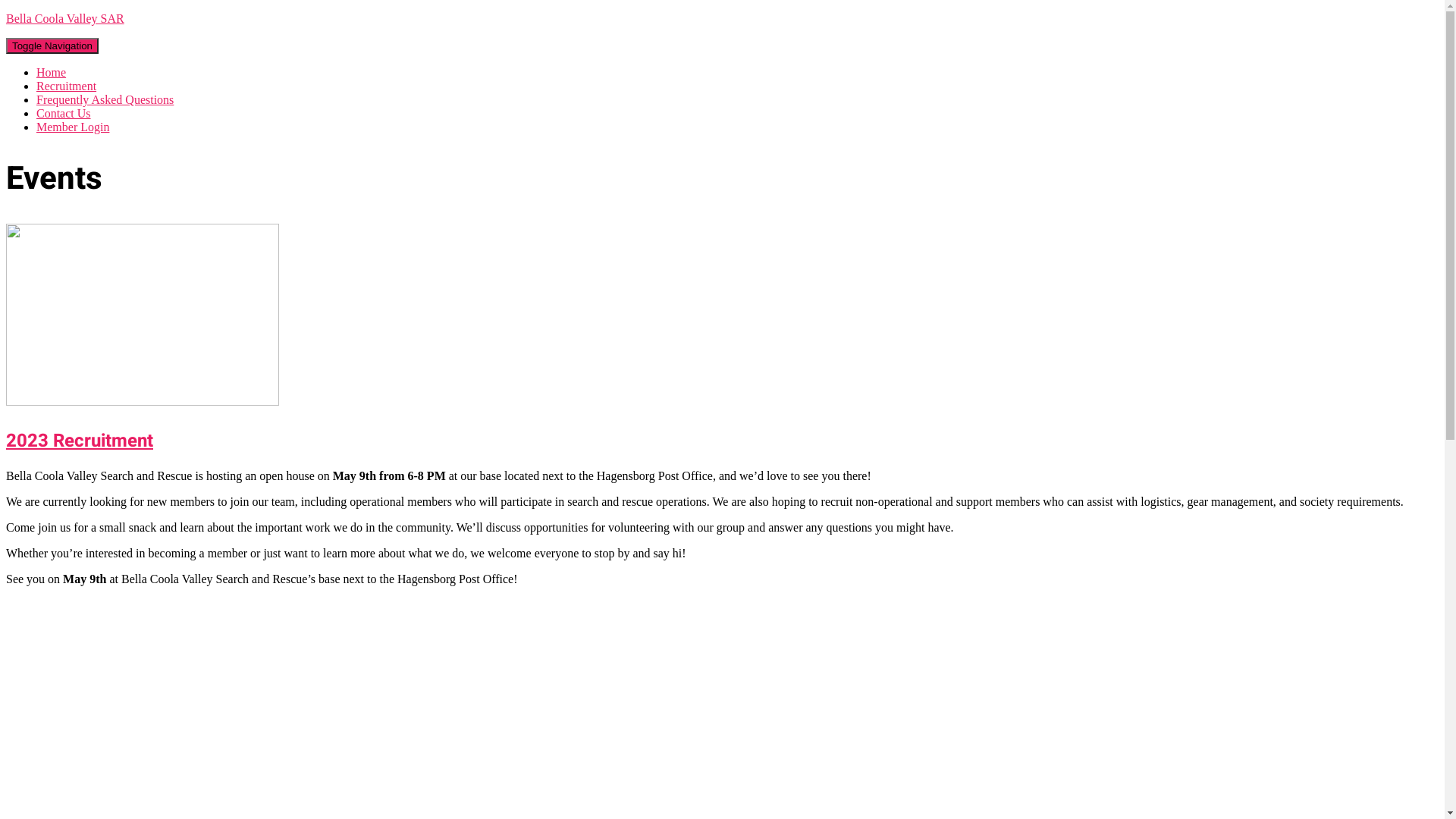 Image resolution: width=1456 pixels, height=819 pixels. I want to click on 'Member Login', so click(72, 126).